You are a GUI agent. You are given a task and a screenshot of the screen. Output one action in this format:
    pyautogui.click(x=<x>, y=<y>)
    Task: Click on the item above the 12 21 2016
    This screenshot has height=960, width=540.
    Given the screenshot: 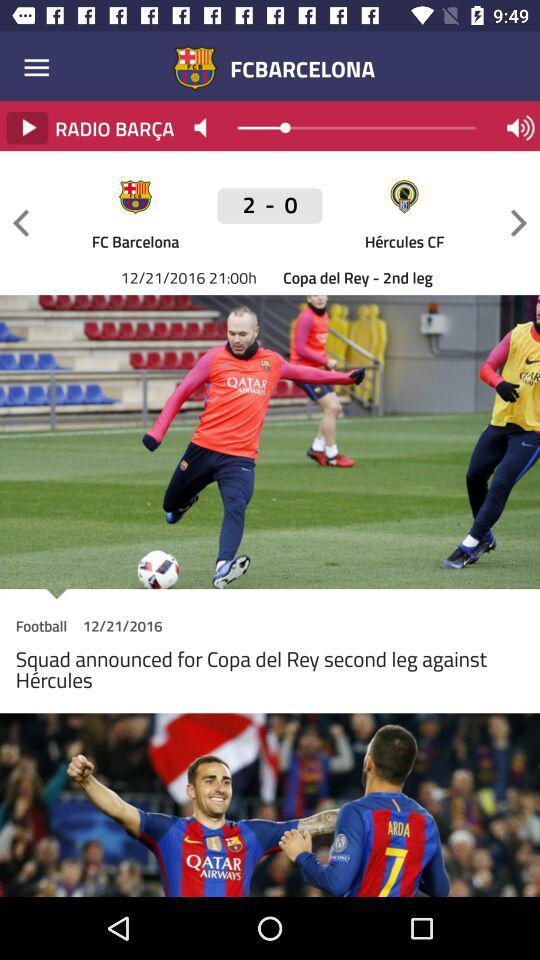 What is the action you would take?
    pyautogui.click(x=20, y=223)
    